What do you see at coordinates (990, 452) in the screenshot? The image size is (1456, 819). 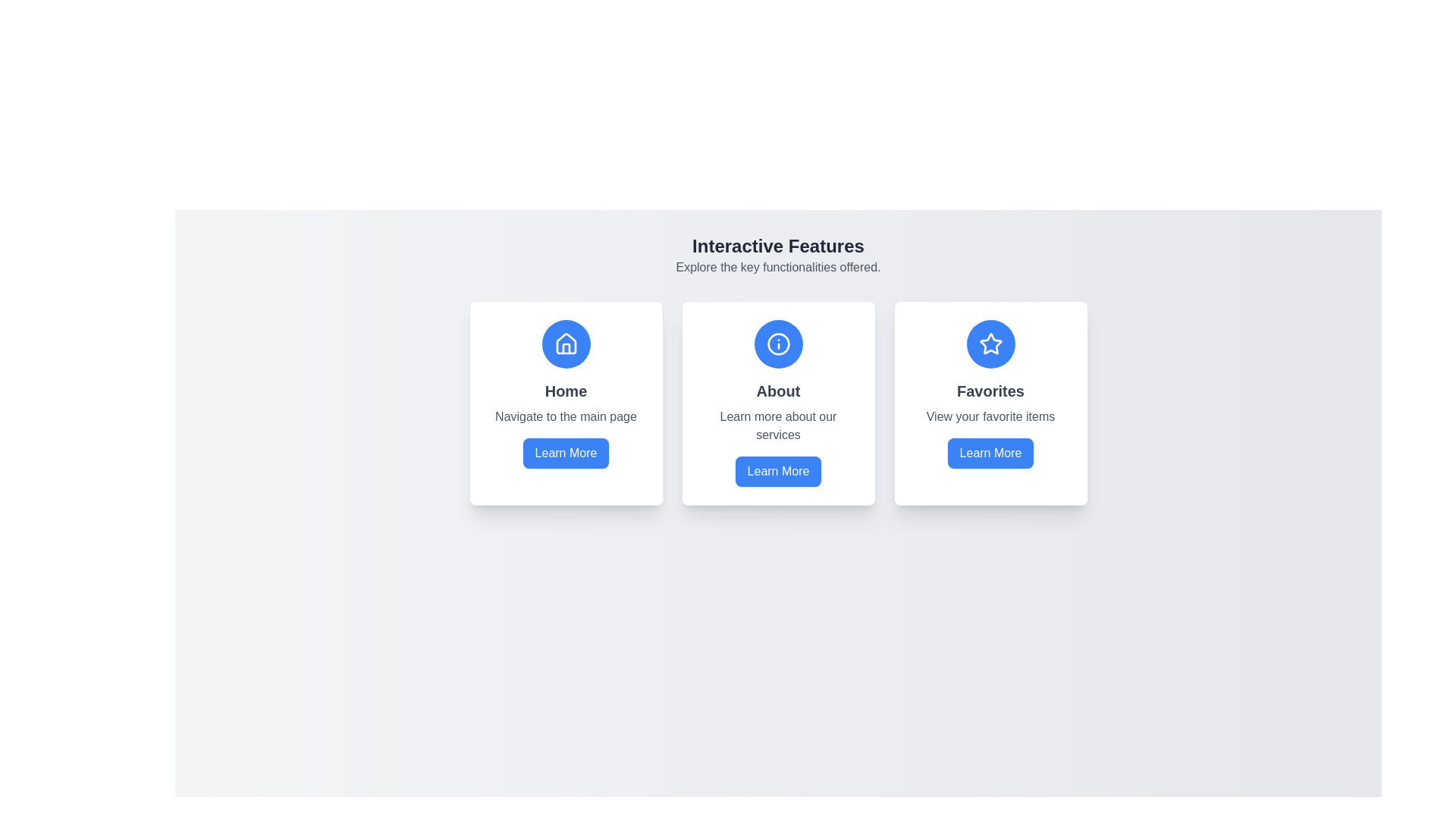 I see `the 'Learn More' button` at bounding box center [990, 452].